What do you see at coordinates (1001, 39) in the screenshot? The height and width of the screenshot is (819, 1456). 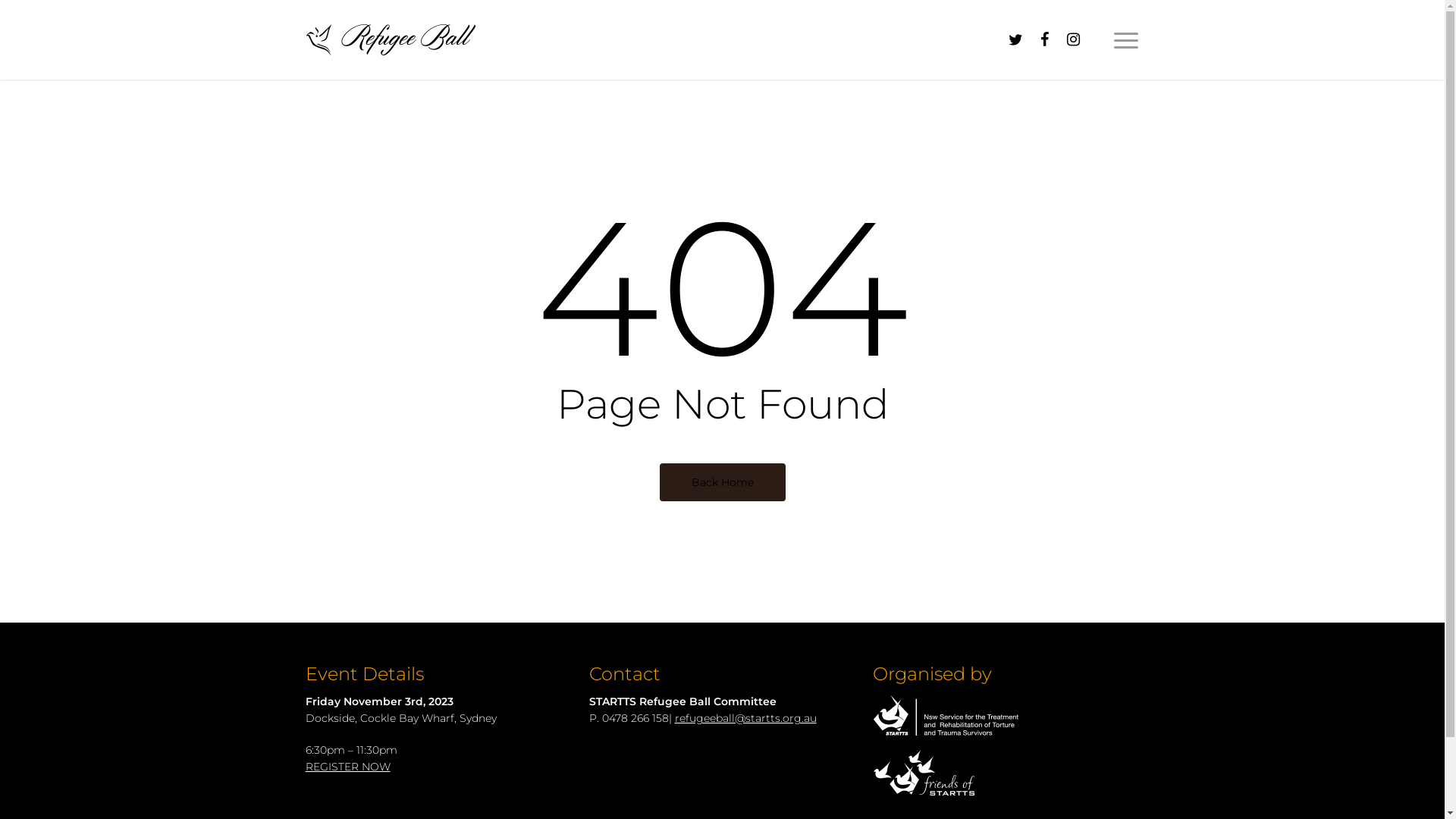 I see `'twitter'` at bounding box center [1001, 39].